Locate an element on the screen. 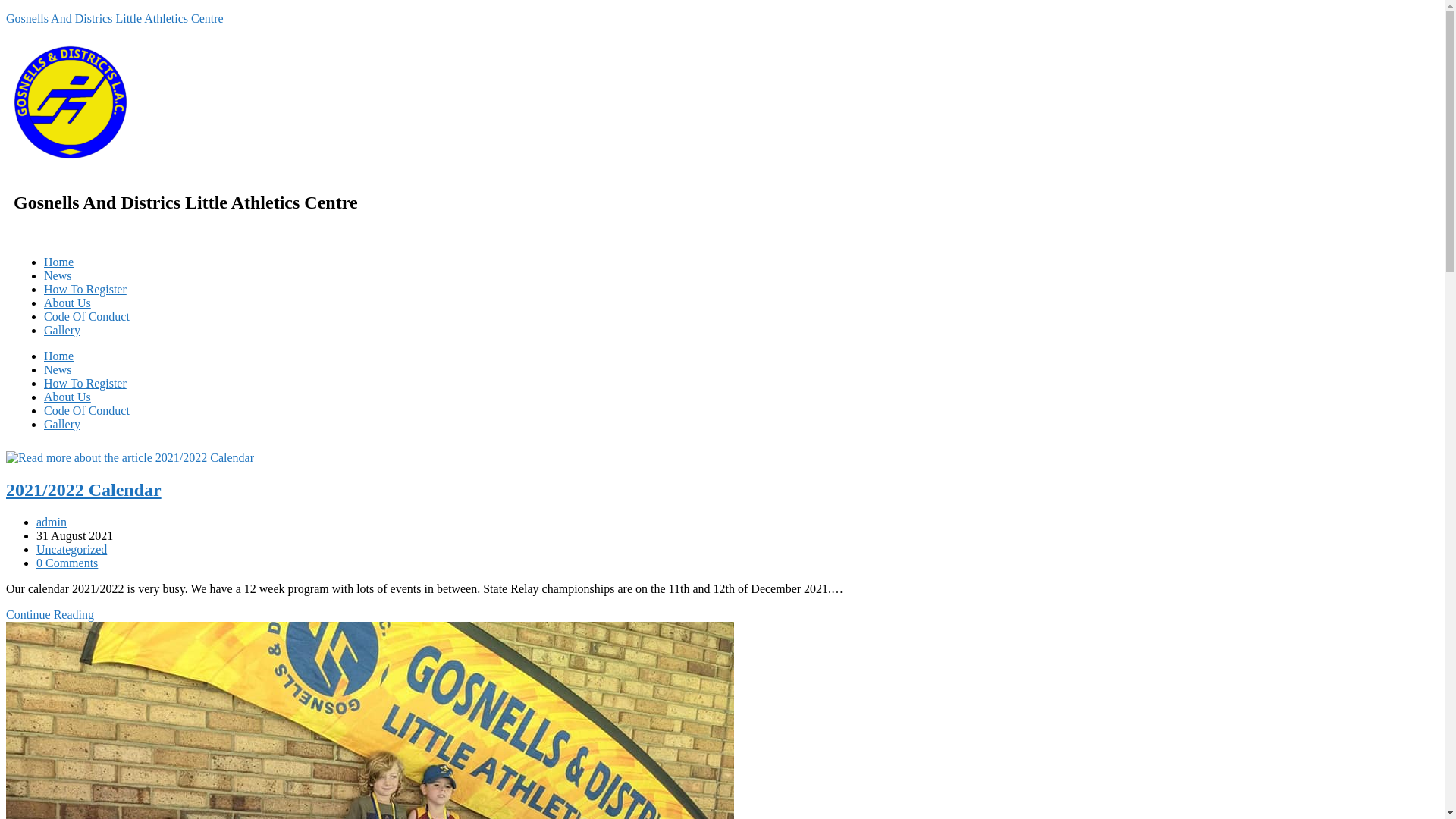 Image resolution: width=1456 pixels, height=819 pixels. 'About Us' is located at coordinates (67, 303).